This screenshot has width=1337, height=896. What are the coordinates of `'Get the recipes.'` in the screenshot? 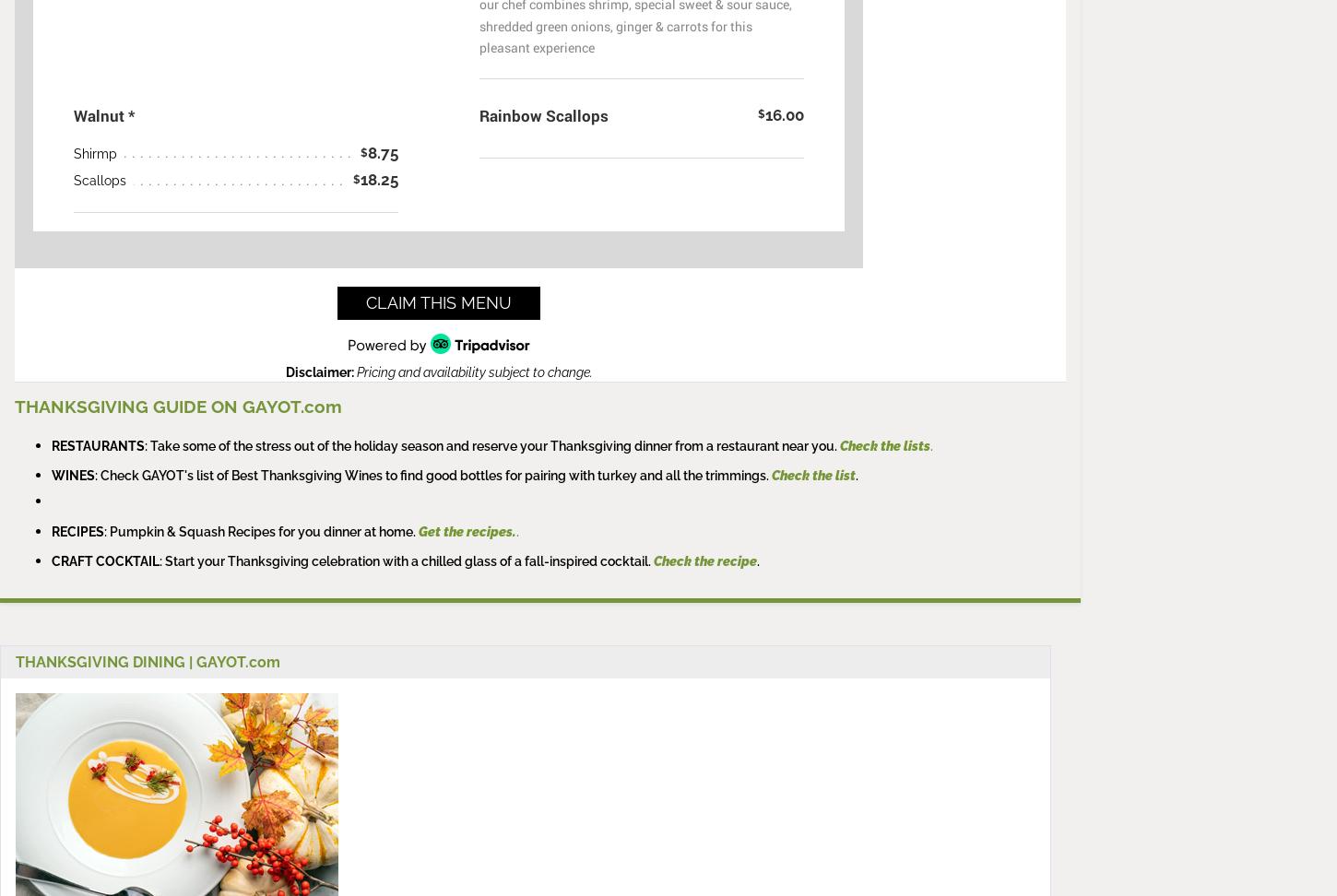 It's located at (467, 530).